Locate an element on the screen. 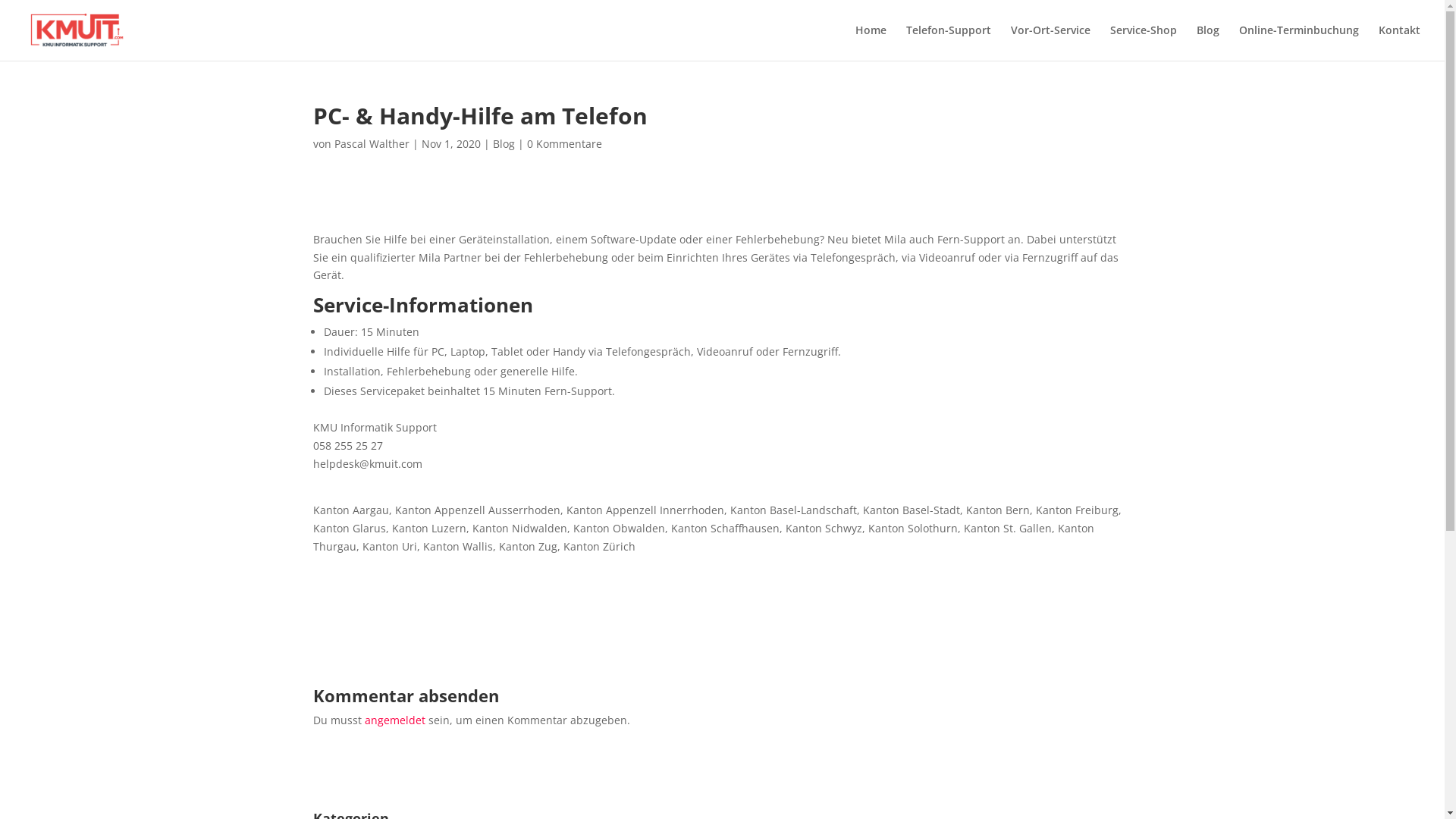 Image resolution: width=1456 pixels, height=819 pixels. 'Blog' is located at coordinates (1207, 42).